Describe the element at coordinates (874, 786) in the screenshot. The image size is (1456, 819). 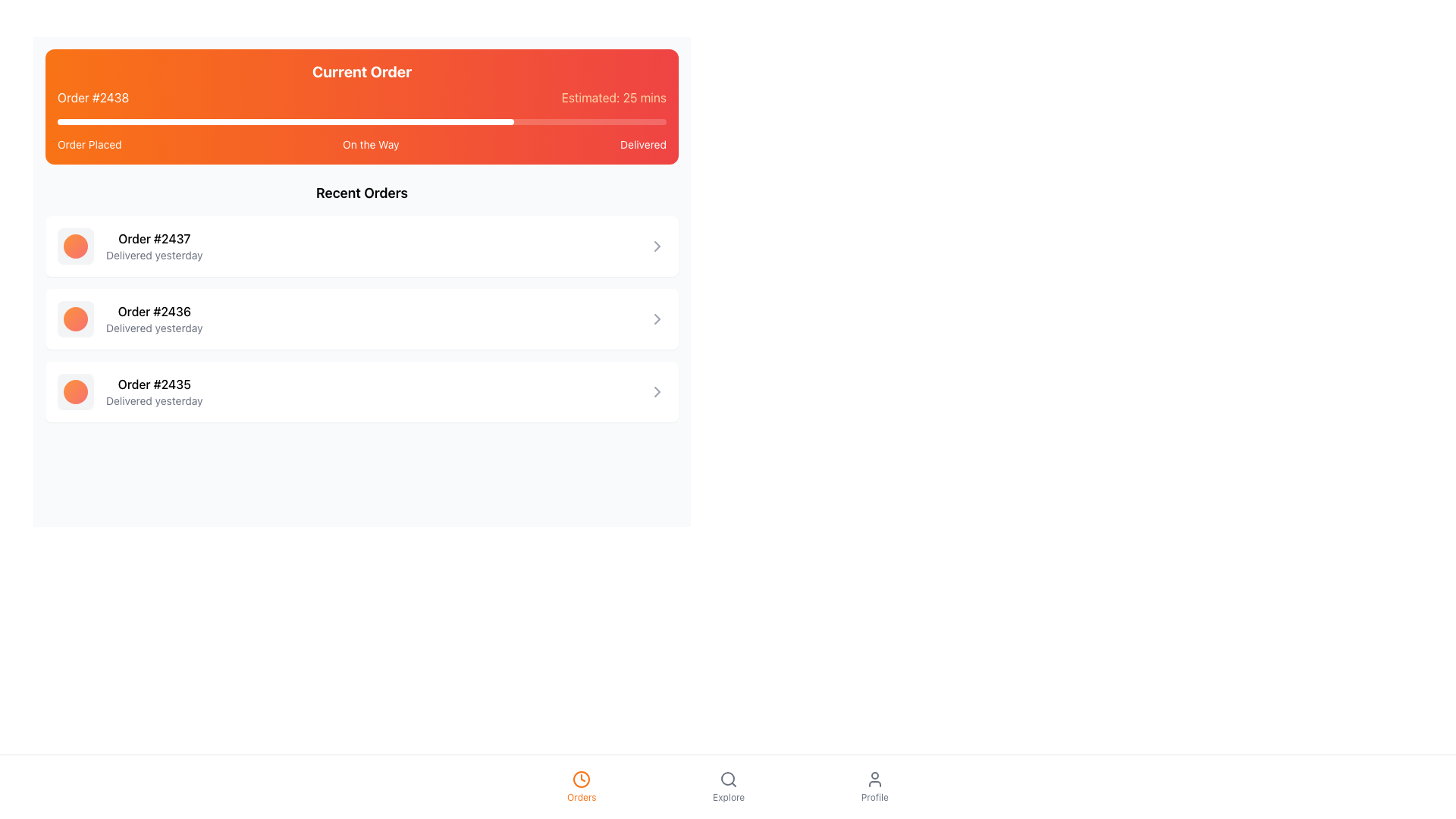
I see `the 'Profile' button at the bottom-right corner of the interface` at that location.